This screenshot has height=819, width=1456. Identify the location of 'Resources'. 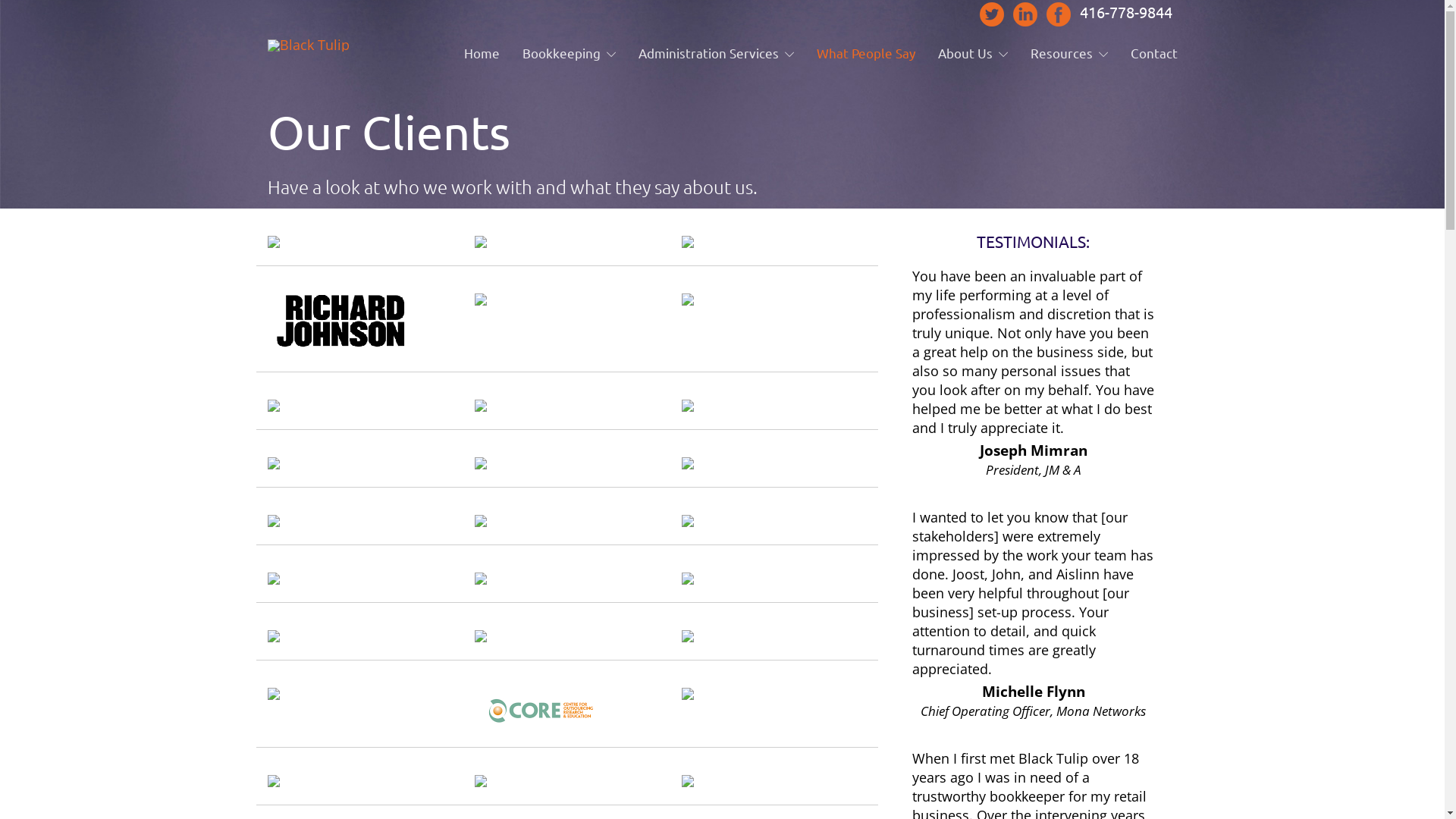
(1068, 52).